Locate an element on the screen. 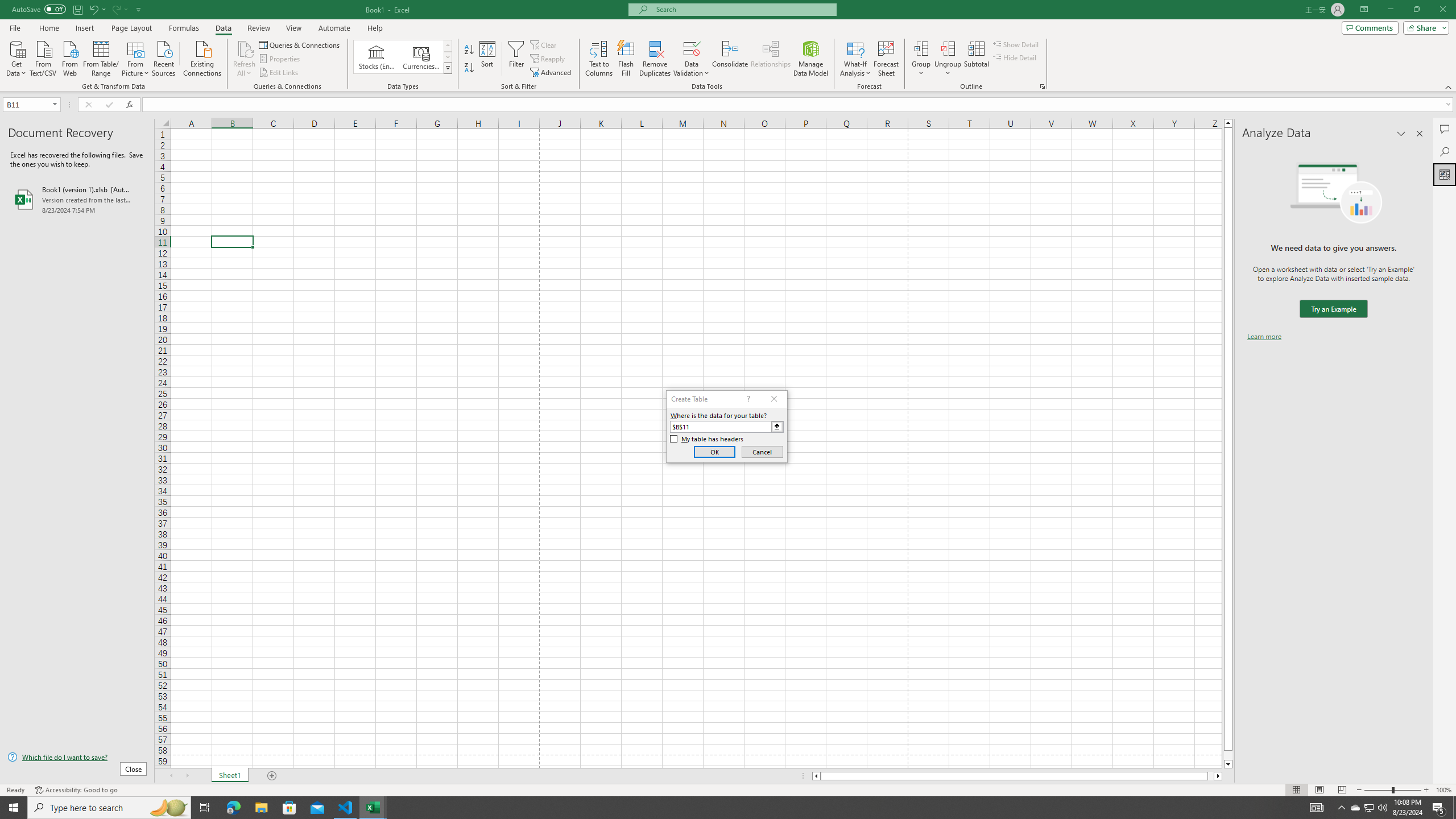  'Relationships' is located at coordinates (770, 59).